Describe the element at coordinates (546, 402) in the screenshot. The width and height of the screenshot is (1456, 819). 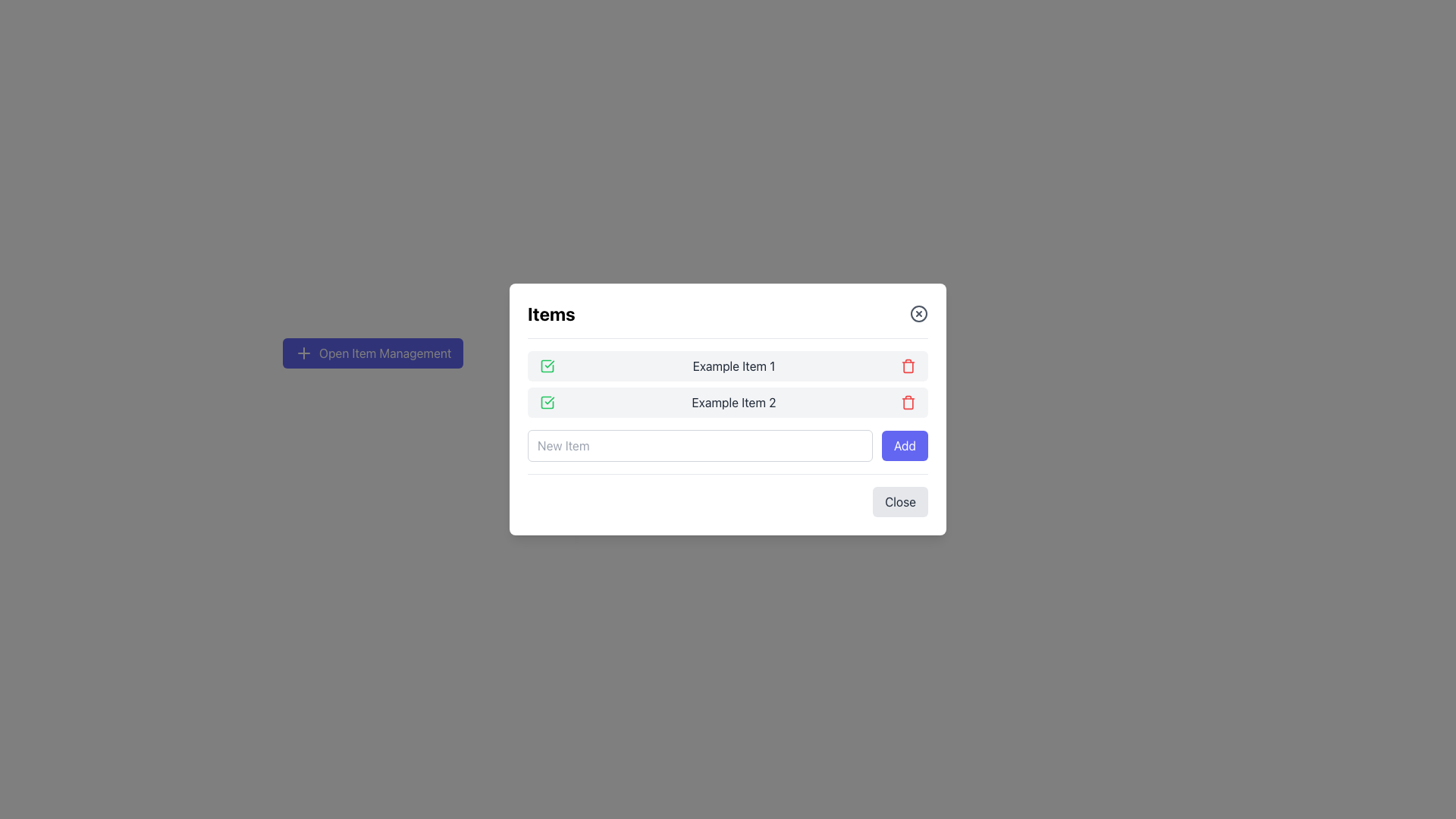
I see `the green square icon with a checkmark located to the left of the text 'Example Item 2'` at that location.